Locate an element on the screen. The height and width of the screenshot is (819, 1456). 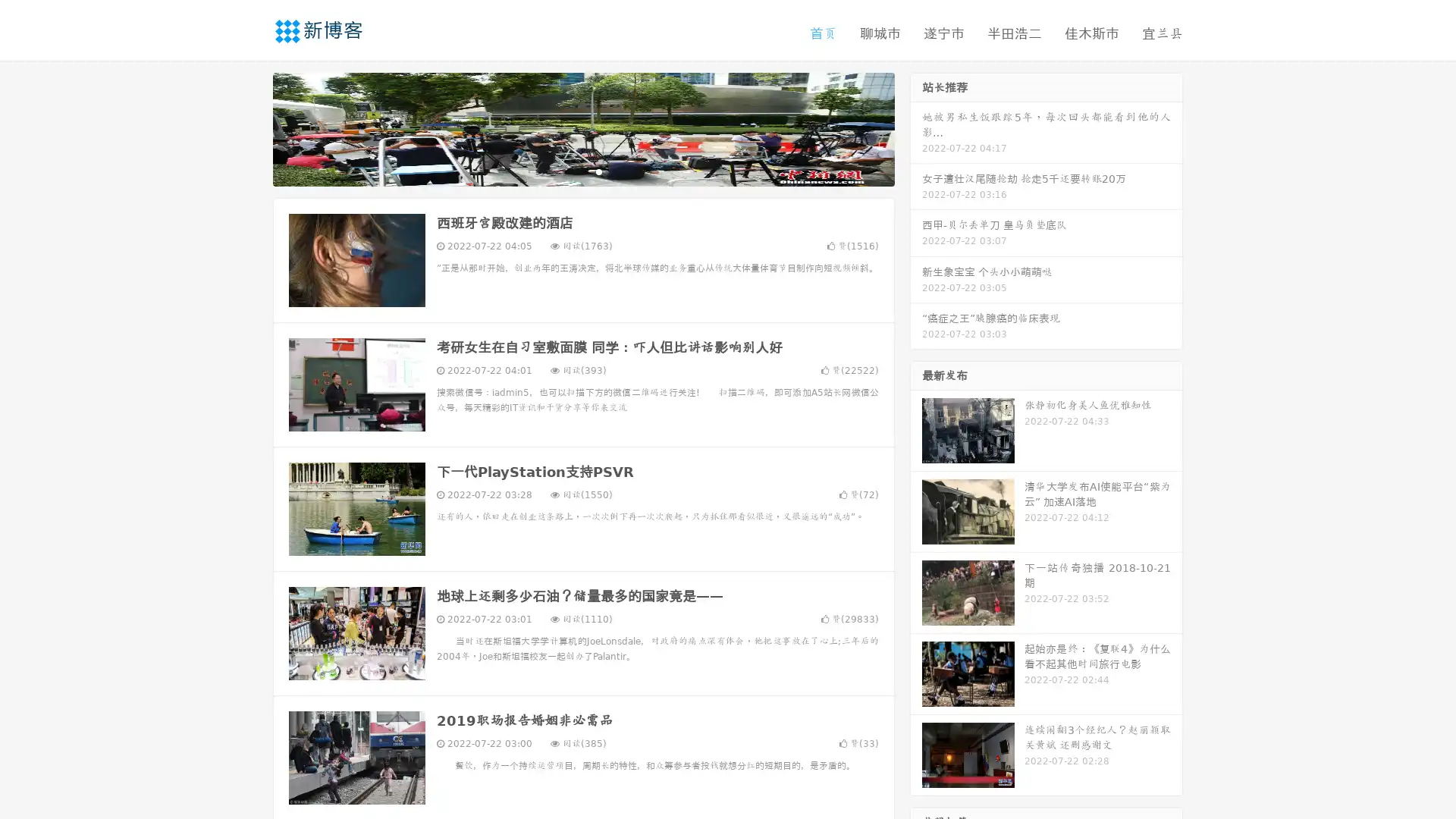
Go to slide 1 is located at coordinates (567, 171).